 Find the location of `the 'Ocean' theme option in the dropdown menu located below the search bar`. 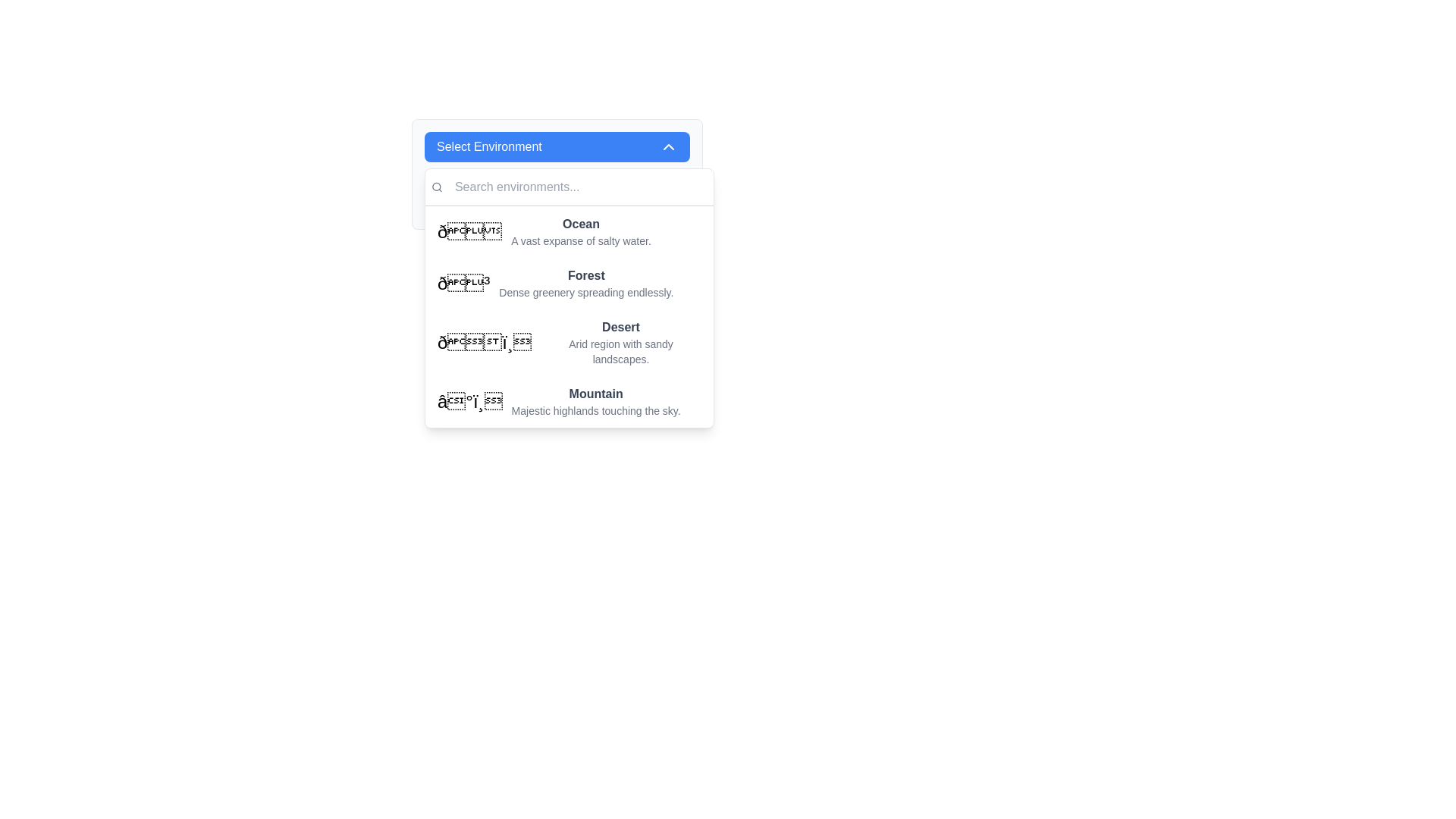

the 'Ocean' theme option in the dropdown menu located below the search bar is located at coordinates (568, 231).